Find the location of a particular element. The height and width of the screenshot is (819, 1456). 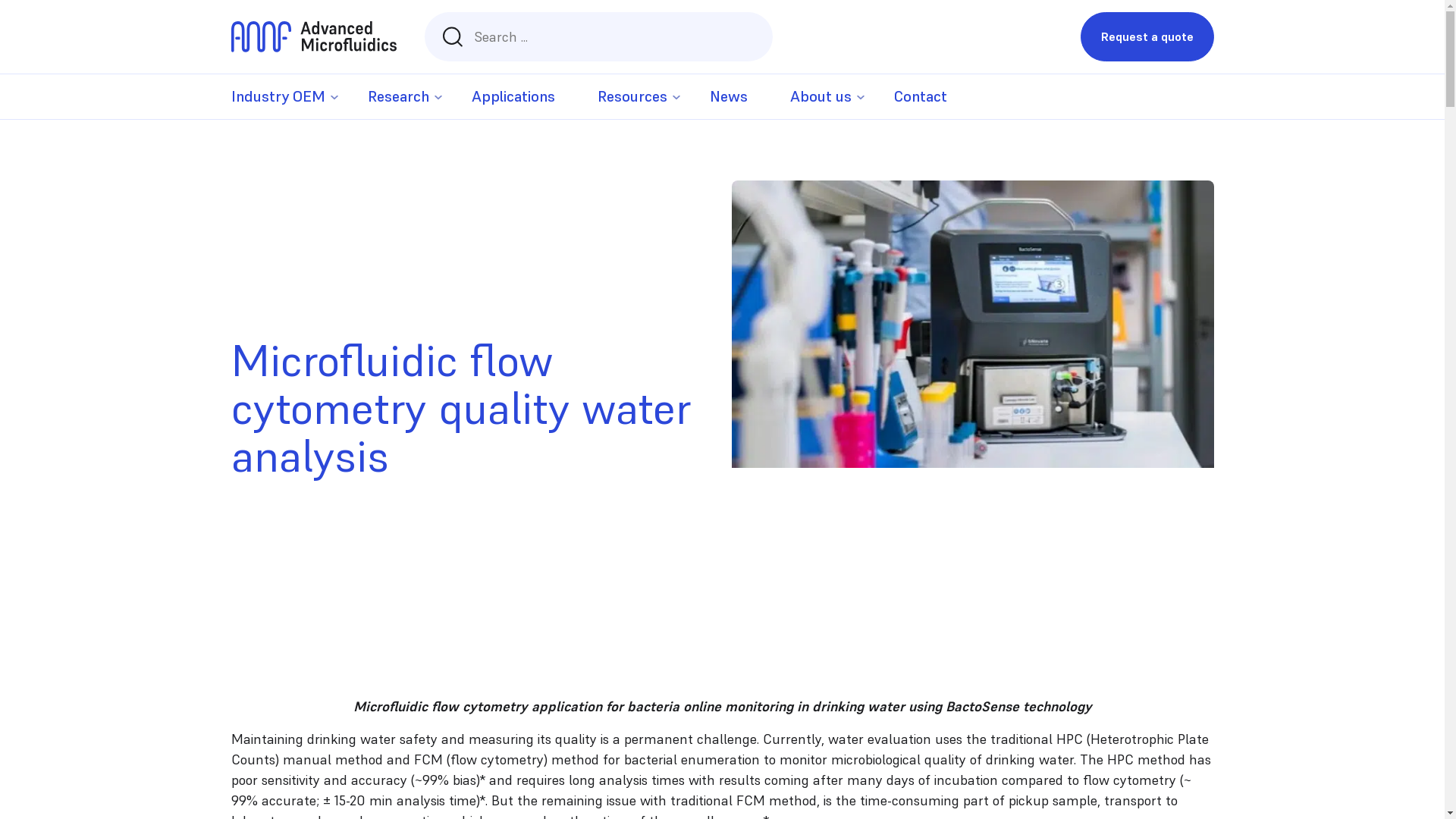

'Resources' is located at coordinates (632, 96).